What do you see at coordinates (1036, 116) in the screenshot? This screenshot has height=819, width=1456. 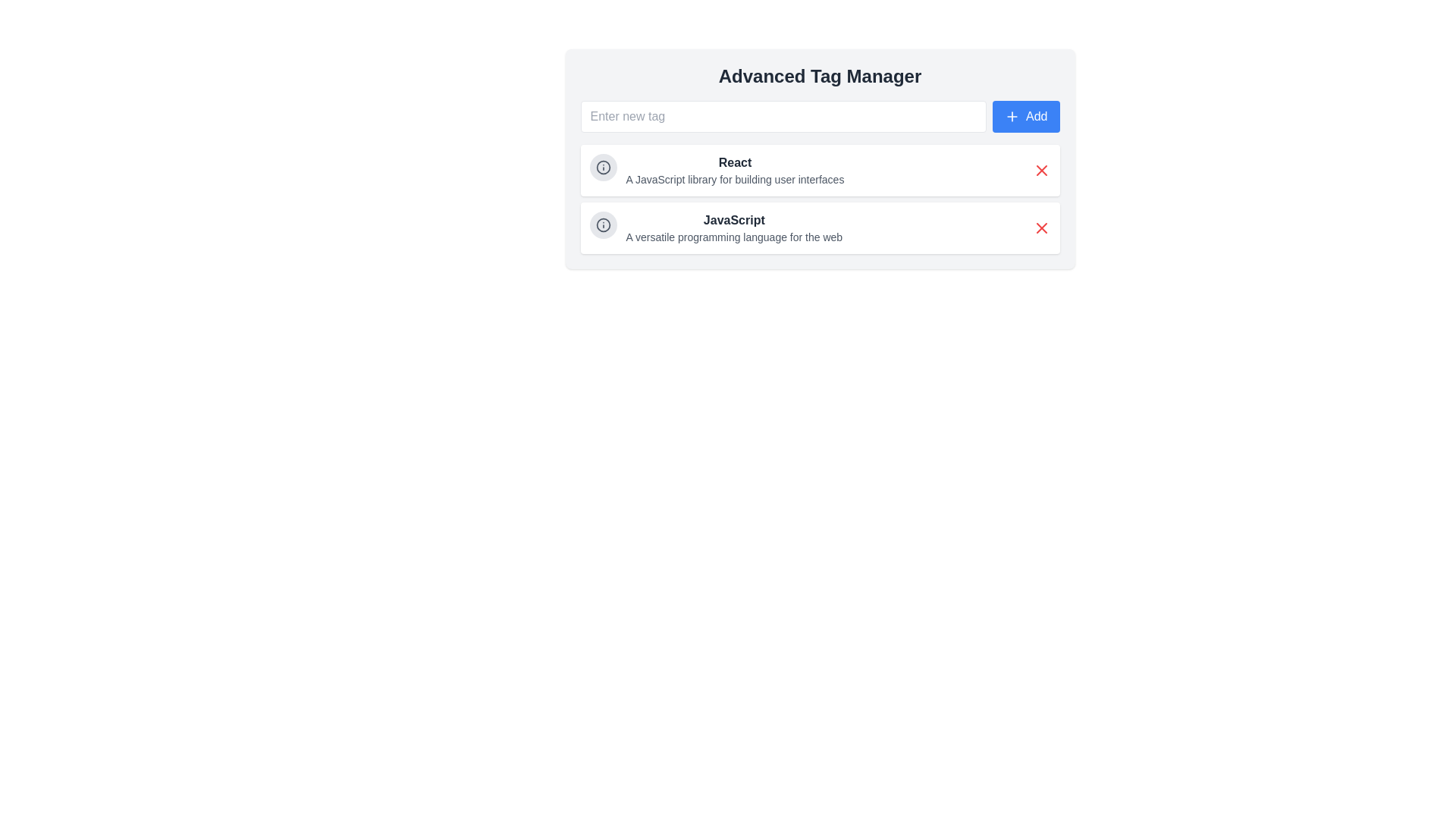 I see `the 'Add' text label located in the top-right corner of the application interface, which indicates the button's purpose of adding new entries` at bounding box center [1036, 116].